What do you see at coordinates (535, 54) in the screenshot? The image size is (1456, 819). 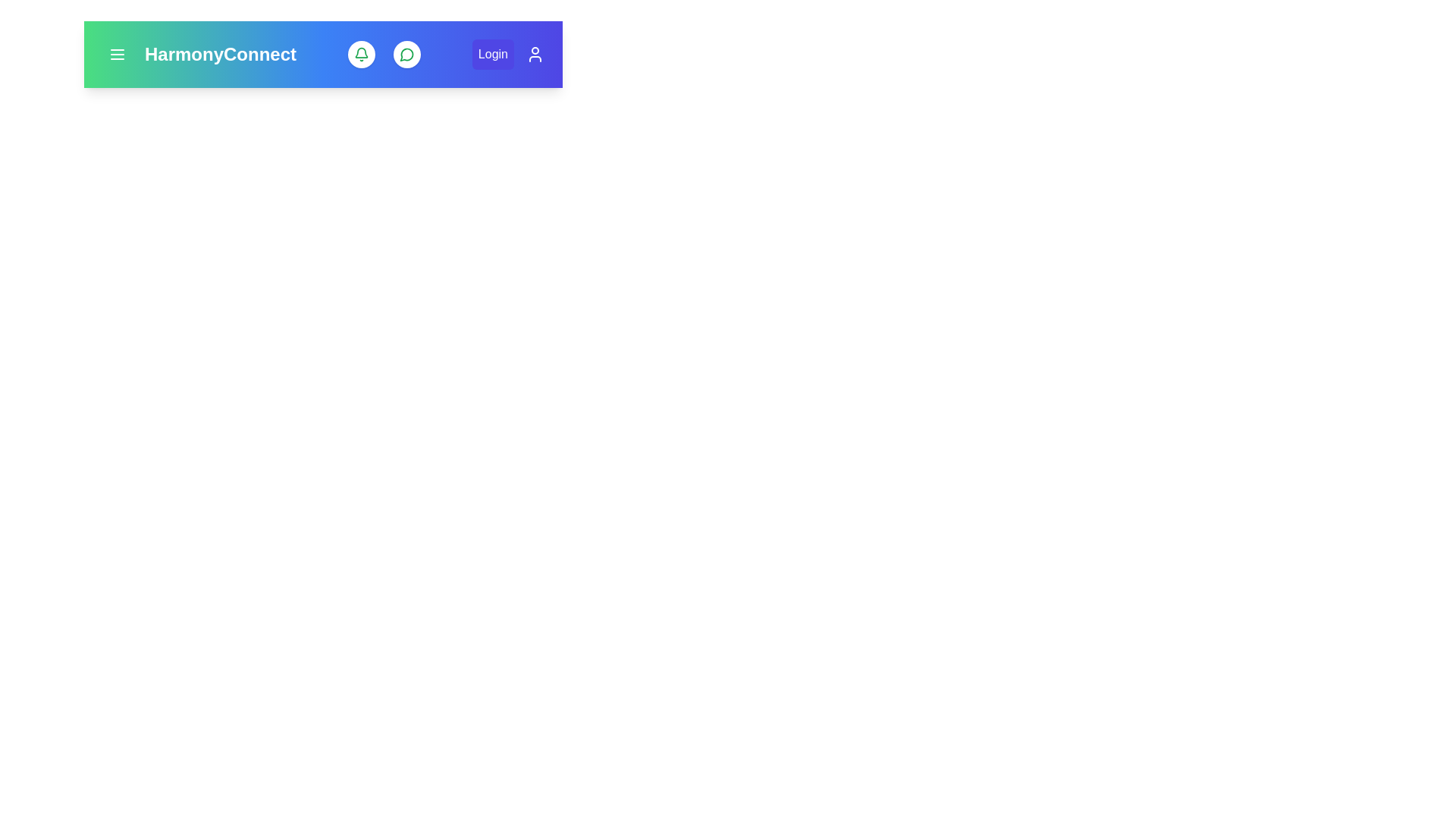 I see `the user icon to access the user profile options` at bounding box center [535, 54].